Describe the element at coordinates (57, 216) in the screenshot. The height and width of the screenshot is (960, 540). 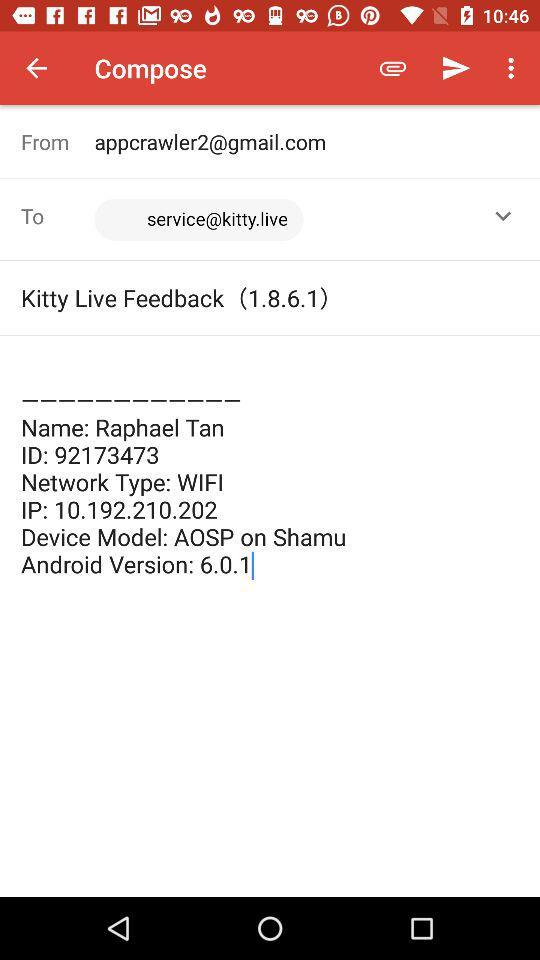
I see `the to item` at that location.